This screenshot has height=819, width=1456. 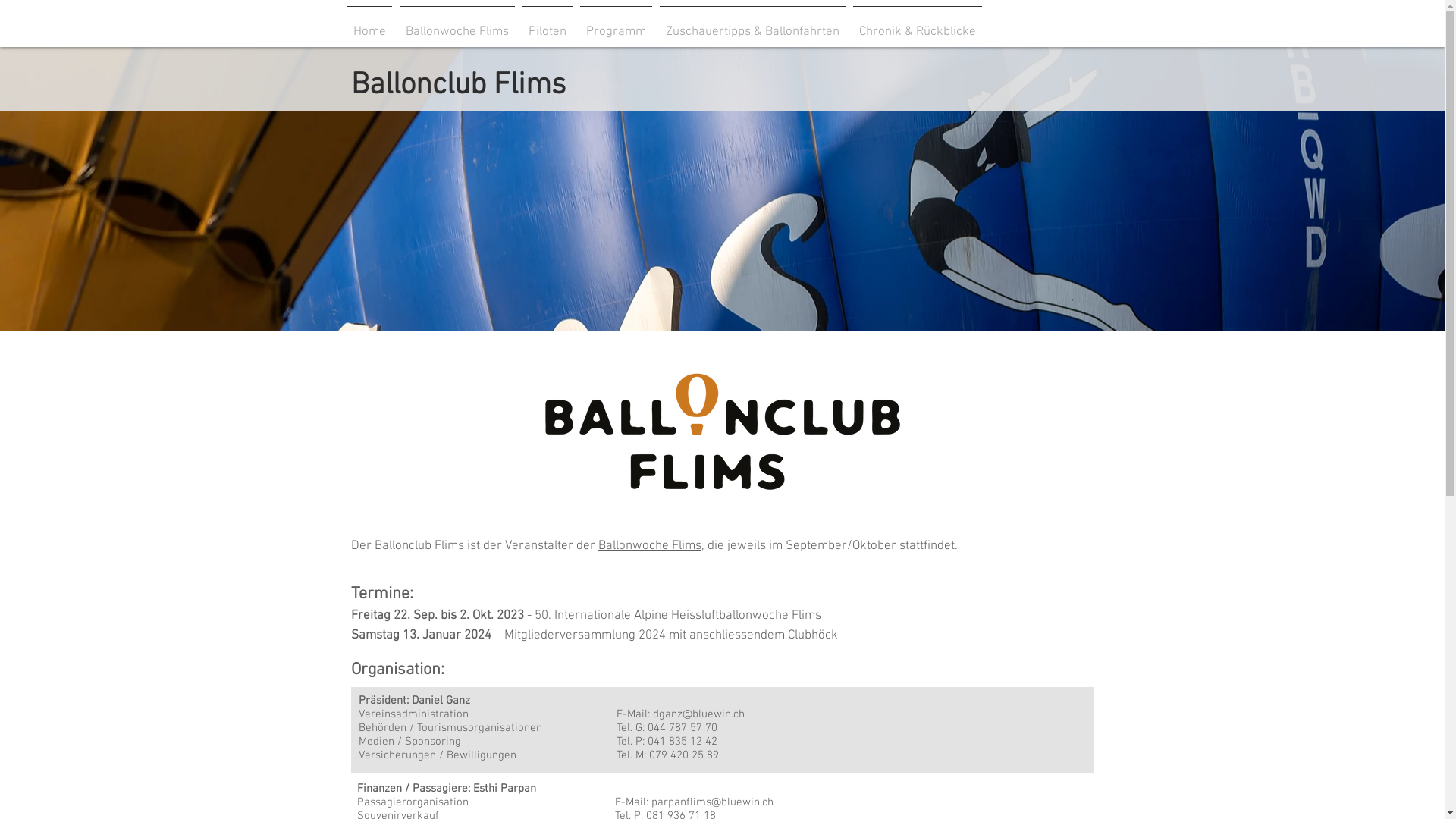 What do you see at coordinates (457, 25) in the screenshot?
I see `'Ballonwoche Flims'` at bounding box center [457, 25].